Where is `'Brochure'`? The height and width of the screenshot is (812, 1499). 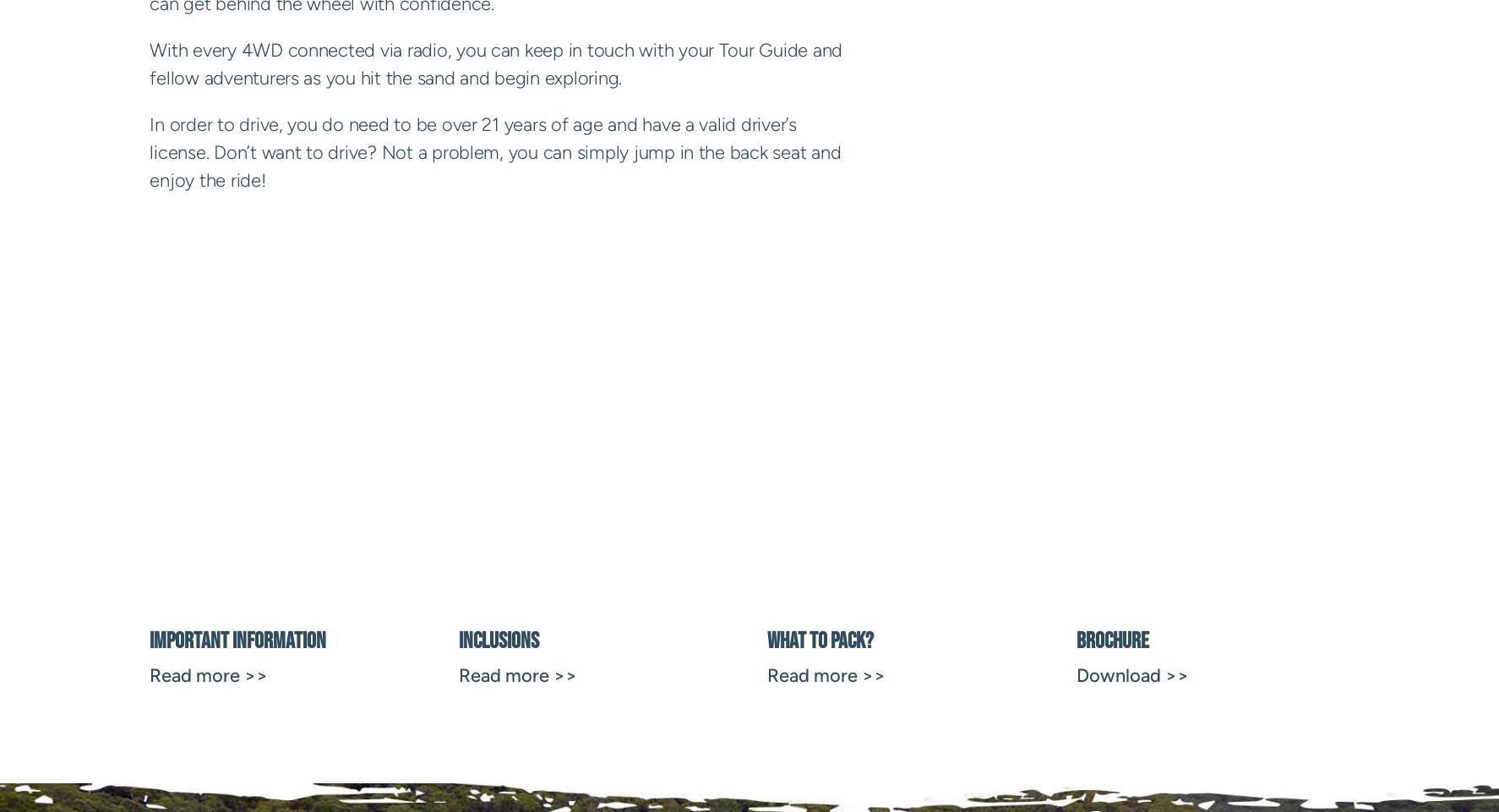
'Brochure' is located at coordinates (1110, 640).